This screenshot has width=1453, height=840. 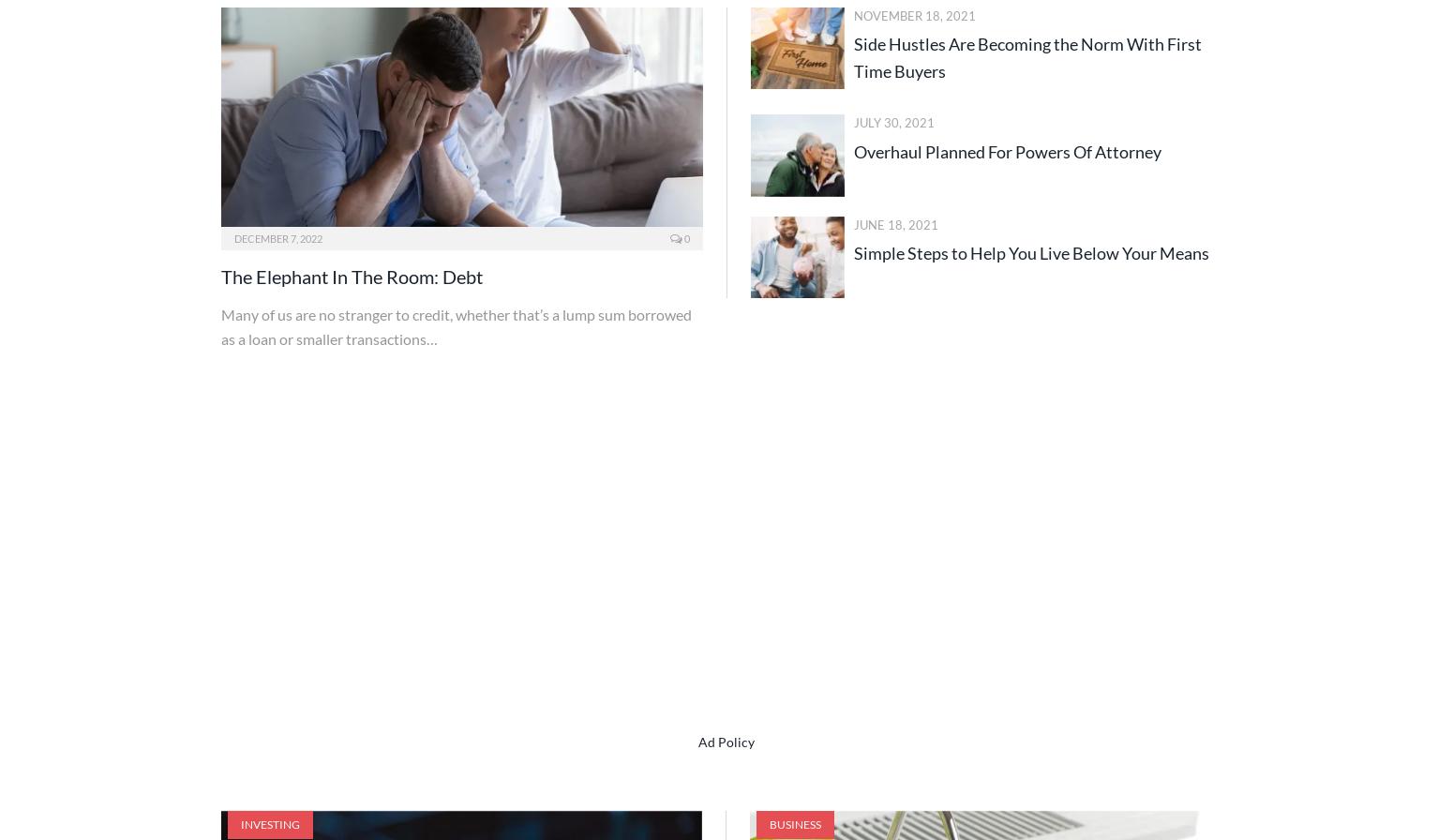 What do you see at coordinates (726, 741) in the screenshot?
I see `'Ad Policy'` at bounding box center [726, 741].